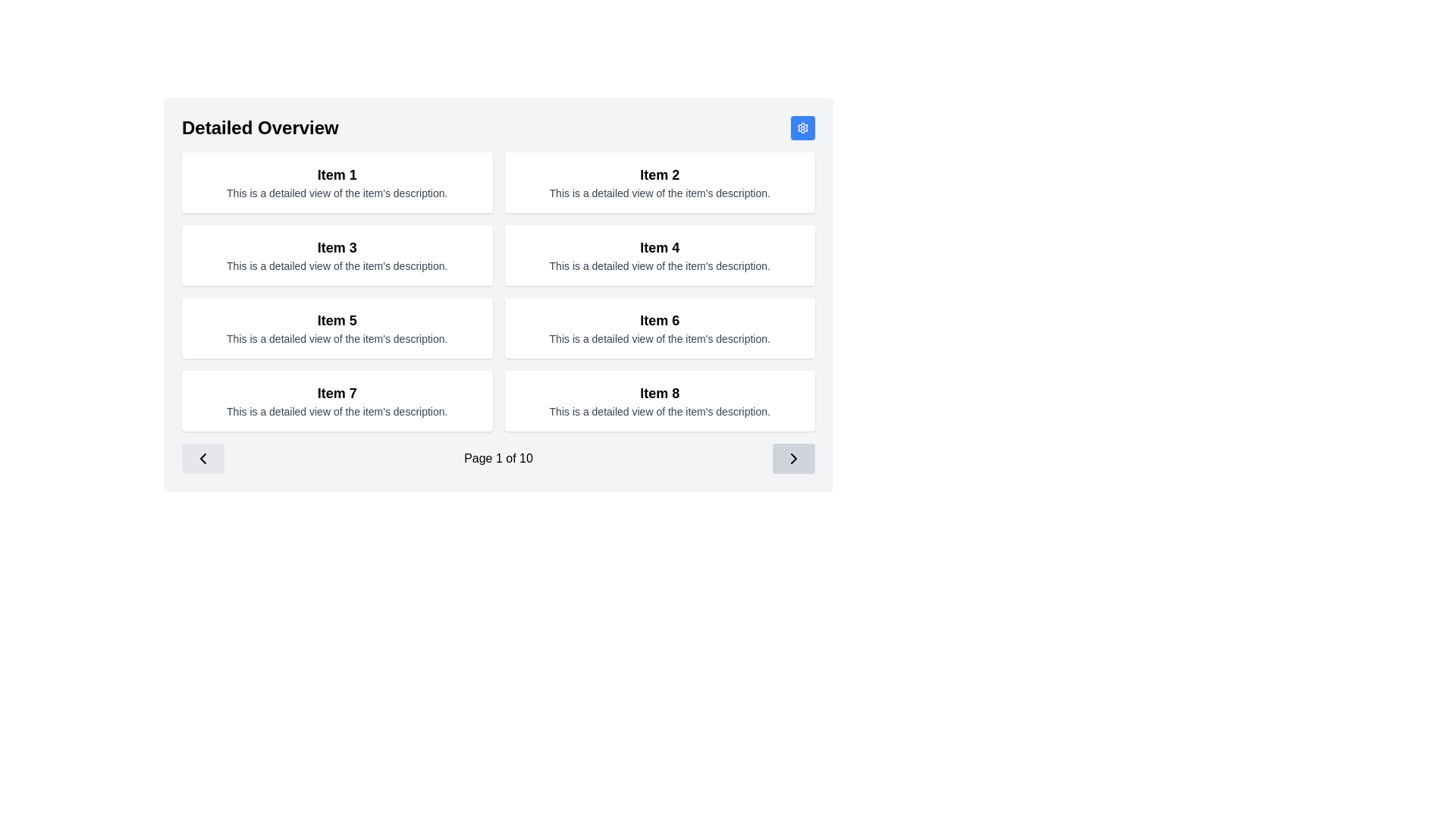  Describe the element at coordinates (660, 174) in the screenshot. I see `text content of the bold text label 'Item 2' located at the upper region of the card in the second column of the top row` at that location.